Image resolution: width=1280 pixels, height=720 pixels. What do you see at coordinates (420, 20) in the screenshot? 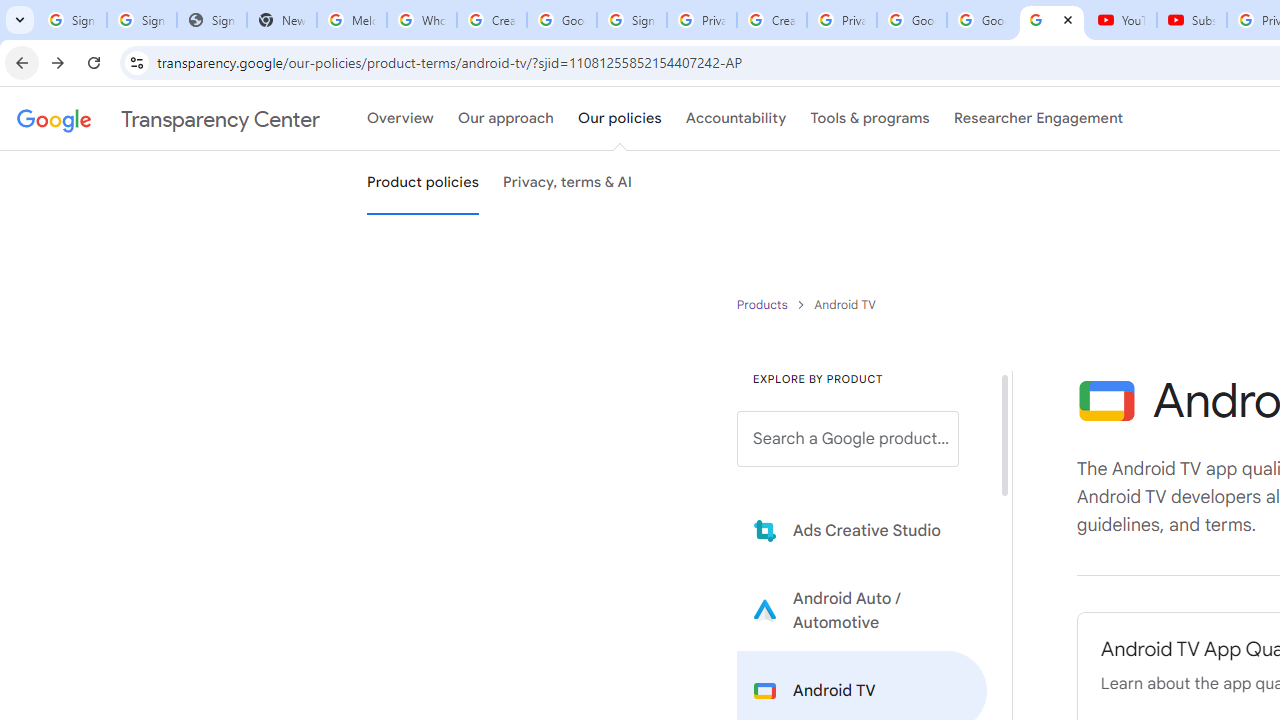
I see `'Who is my administrator? - Google Account Help'` at bounding box center [420, 20].